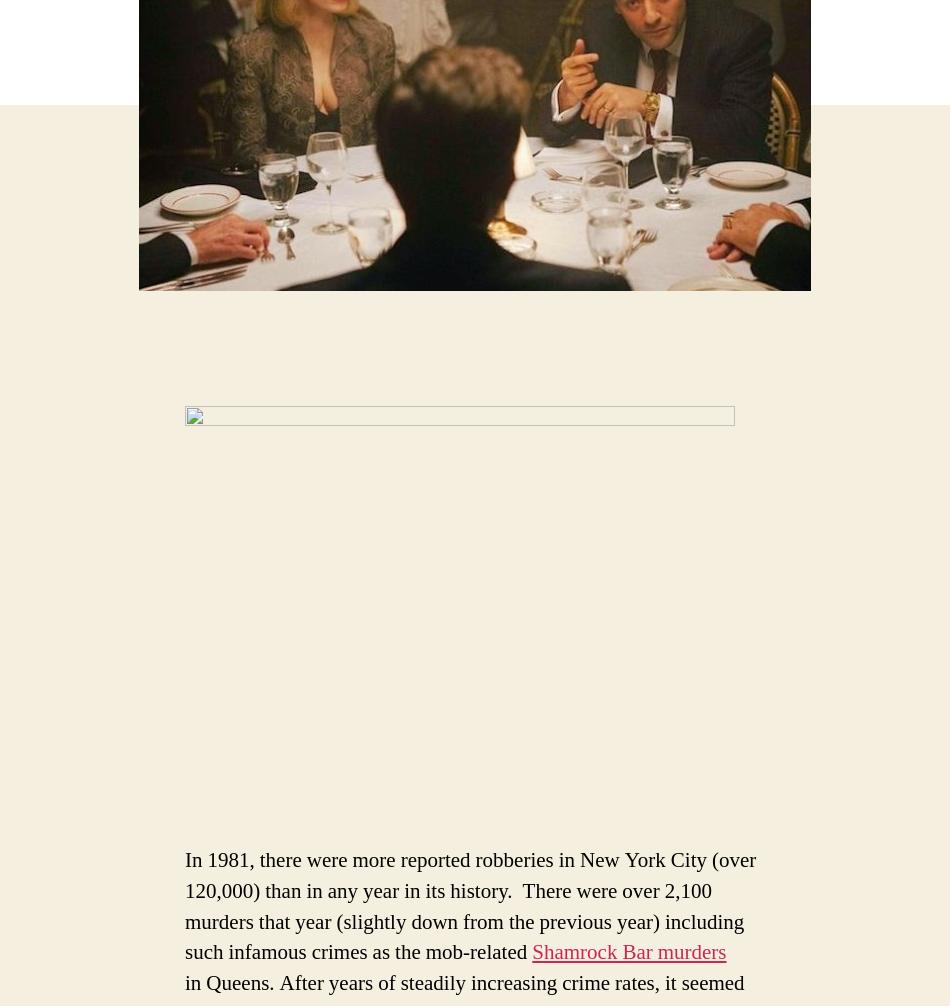  Describe the element at coordinates (91, 208) in the screenshot. I see `'Email Address'` at that location.